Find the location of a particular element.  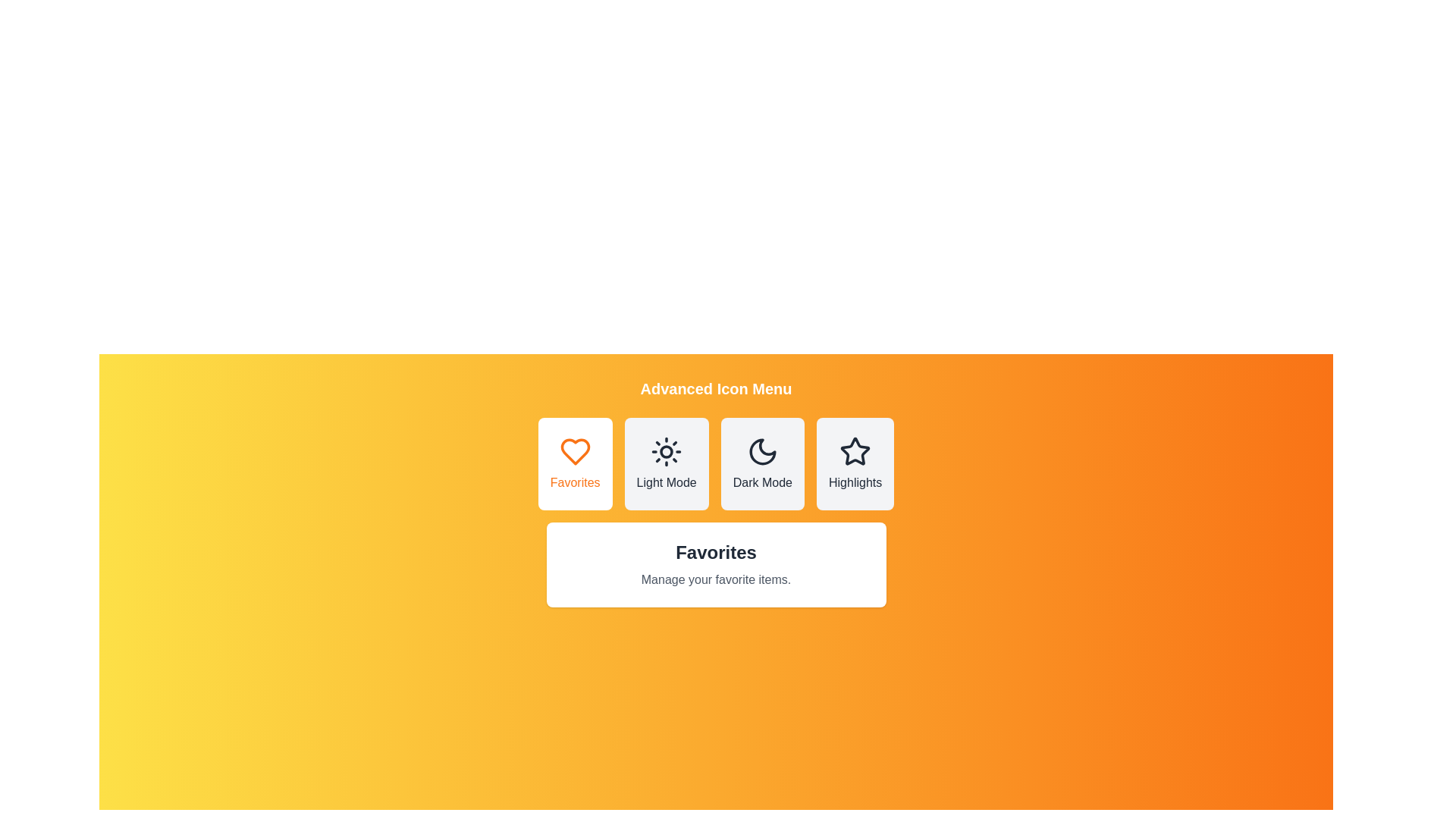

the sun icon with radiating lines in the 'Light Mode' card is located at coordinates (667, 451).